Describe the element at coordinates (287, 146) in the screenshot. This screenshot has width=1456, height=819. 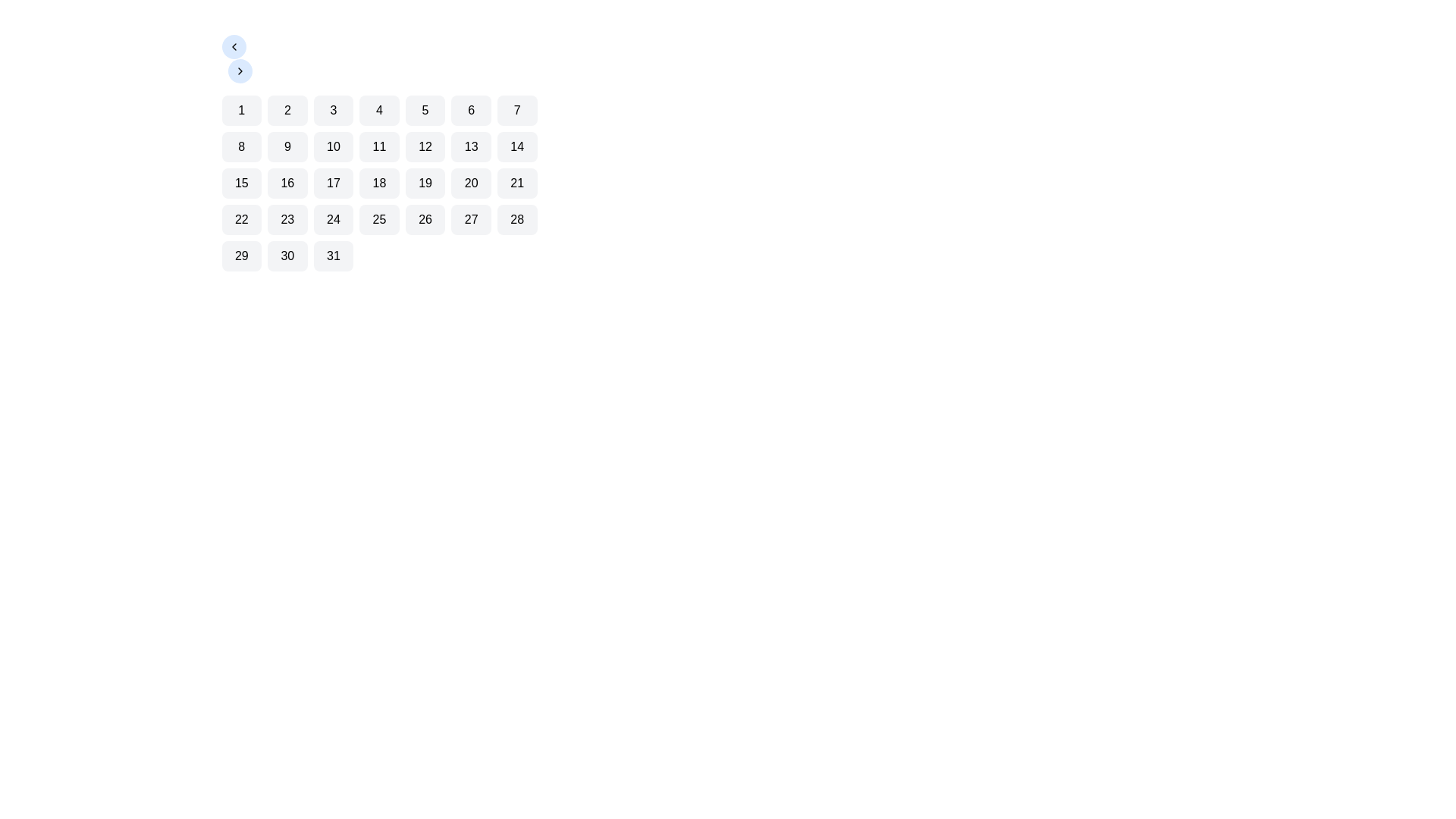
I see `the rounded rectangular button displaying the number '9'` at that location.